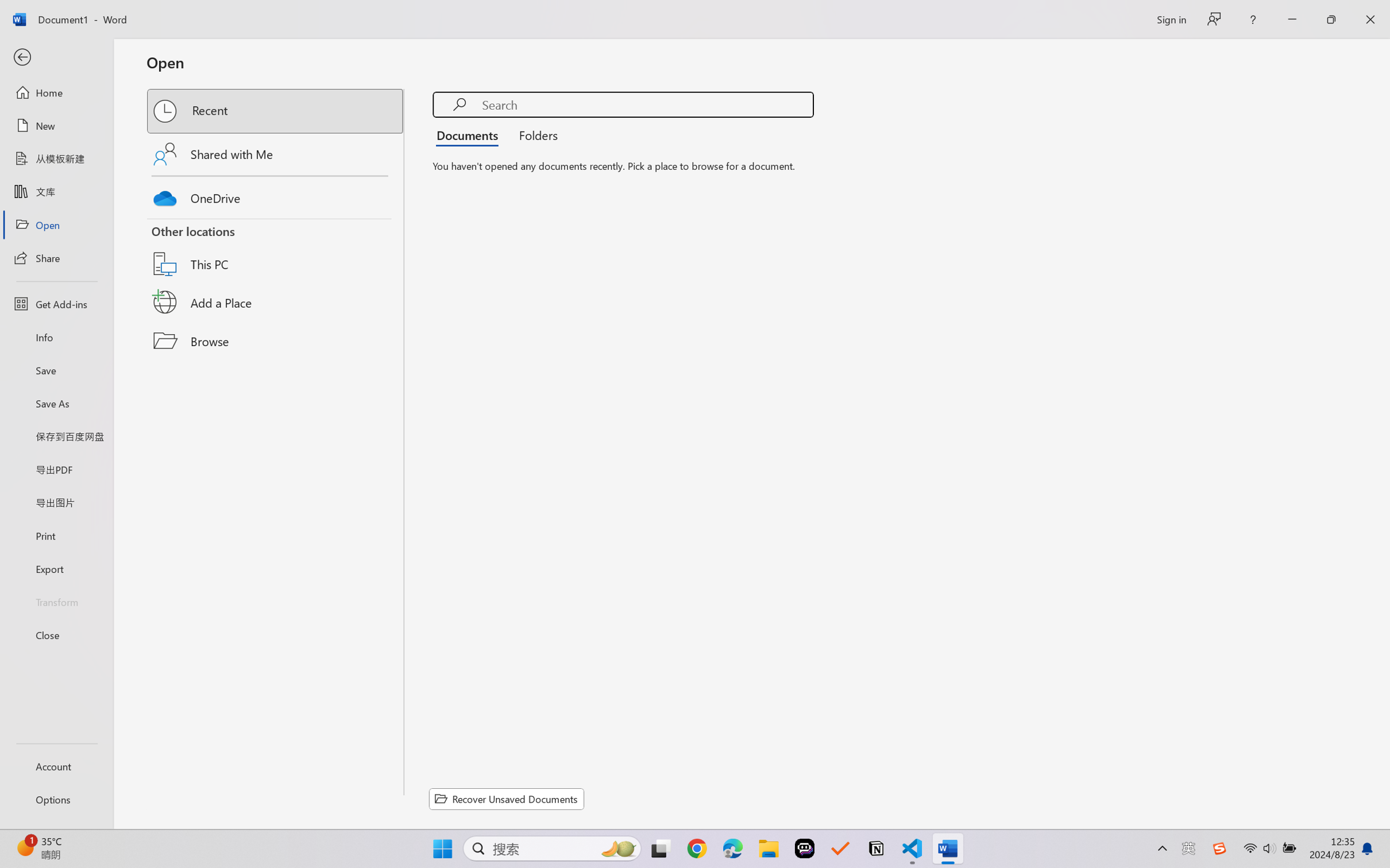 This screenshot has width=1390, height=868. What do you see at coordinates (56, 766) in the screenshot?
I see `'Account'` at bounding box center [56, 766].